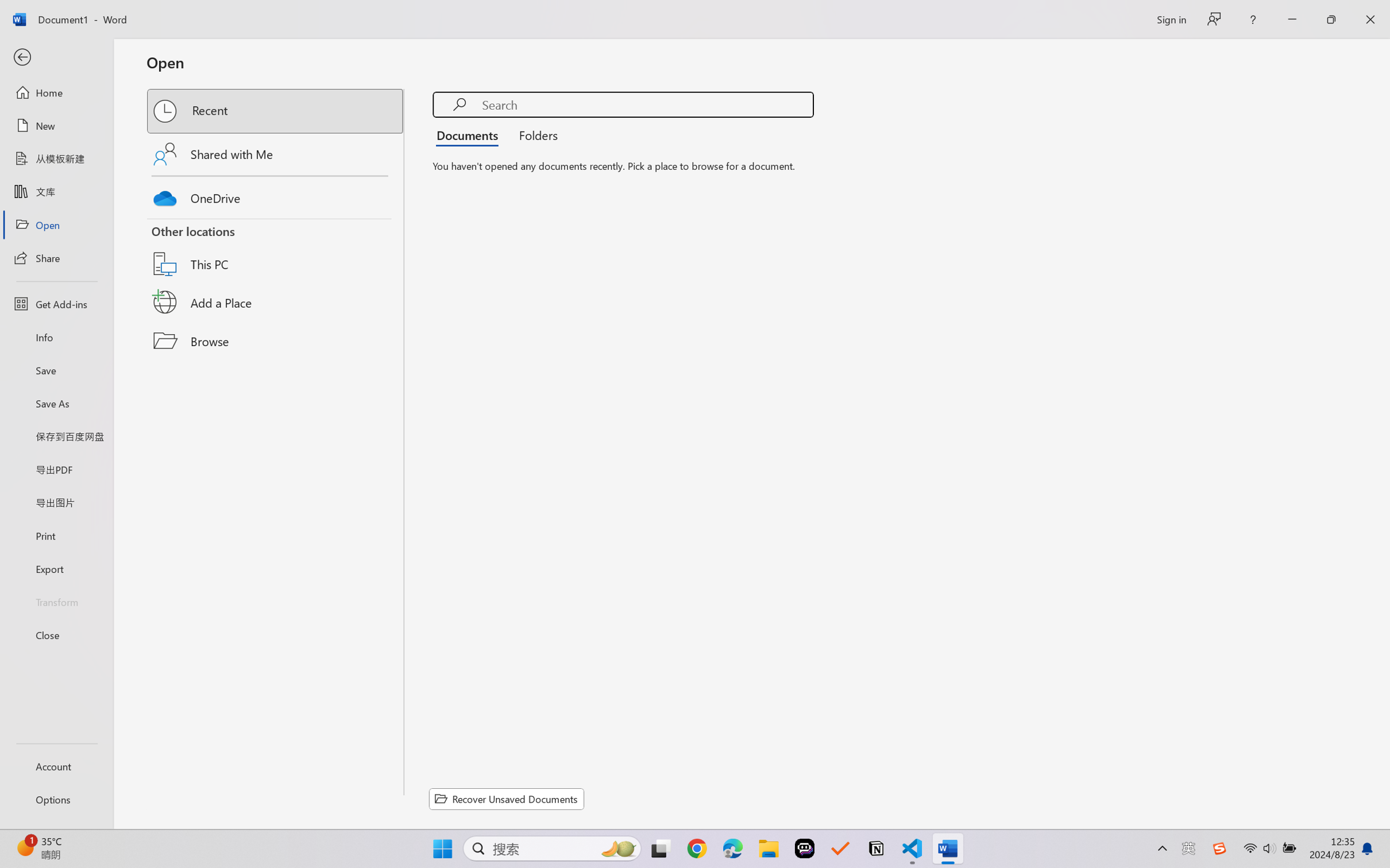 This screenshot has width=1390, height=868. What do you see at coordinates (56, 766) in the screenshot?
I see `'Account'` at bounding box center [56, 766].